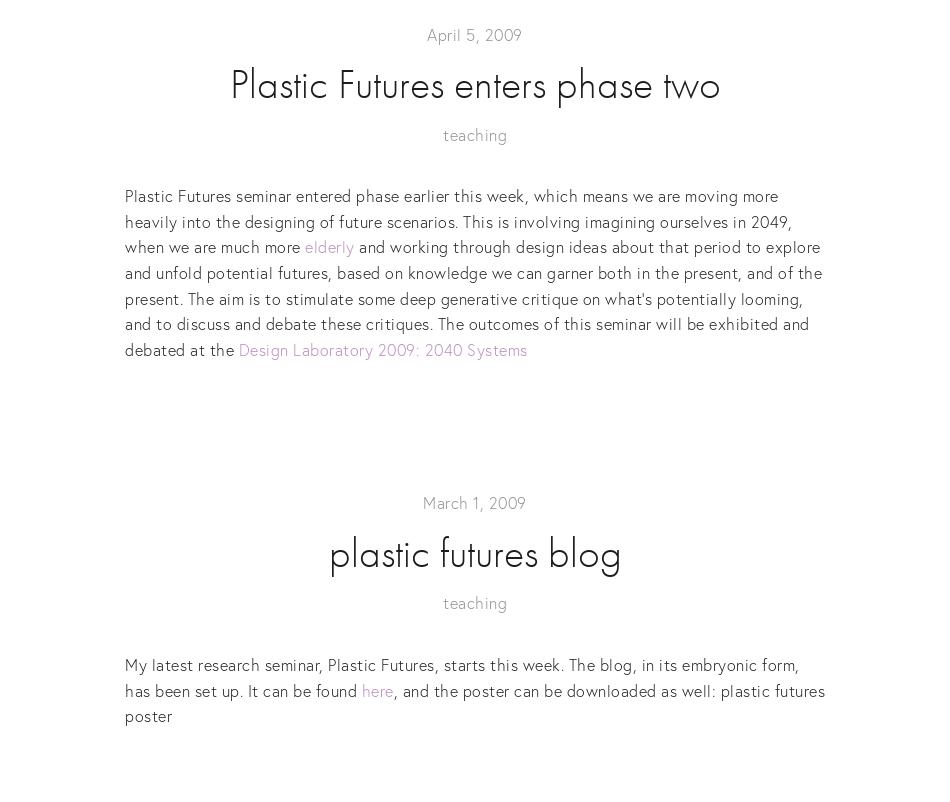 The image size is (950, 802). Describe the element at coordinates (360, 688) in the screenshot. I see `'here'` at that location.